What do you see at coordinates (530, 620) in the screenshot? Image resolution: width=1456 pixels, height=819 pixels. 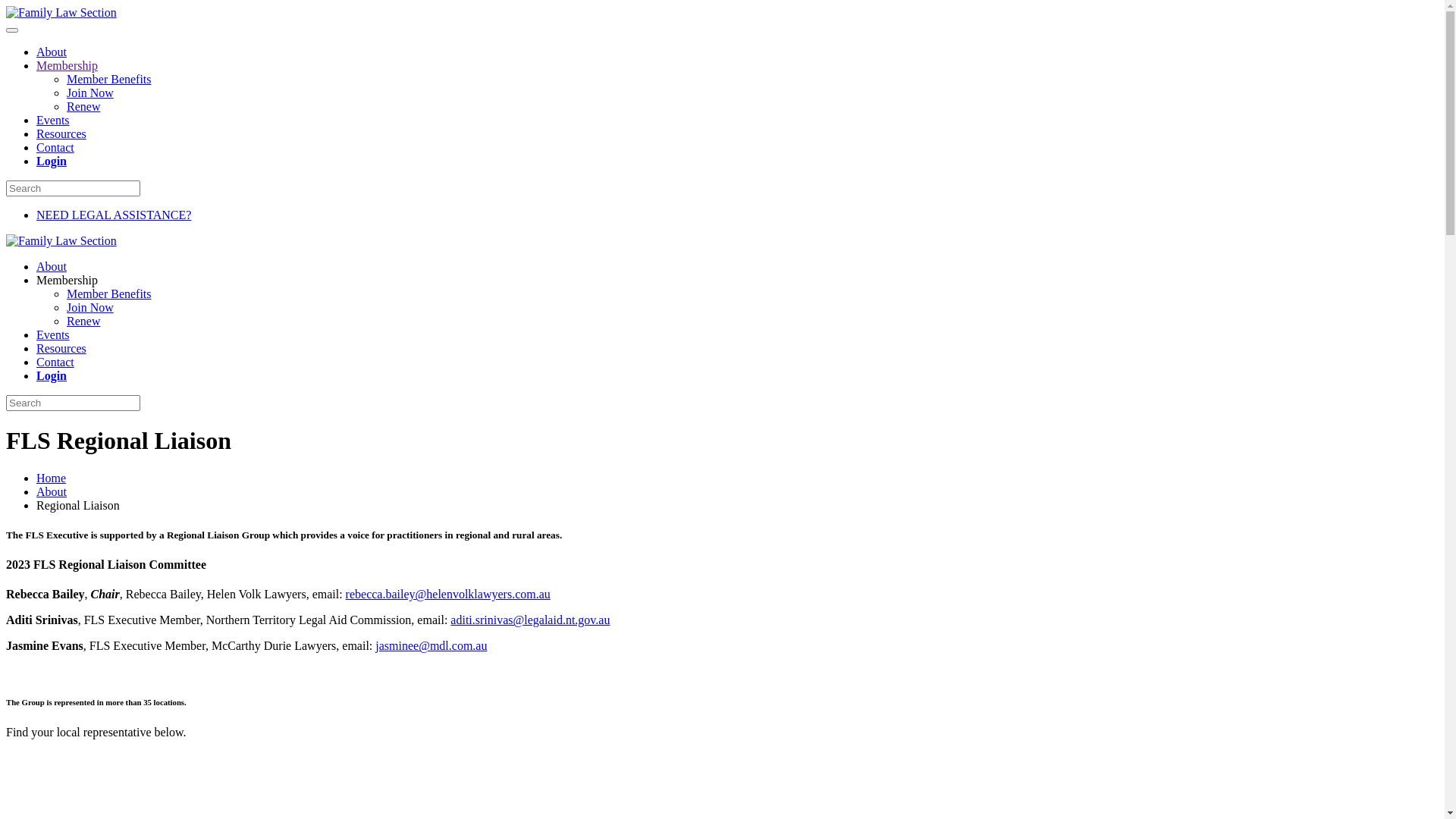 I see `'aditi.srinivas@legalaid.nt.gov.au'` at bounding box center [530, 620].